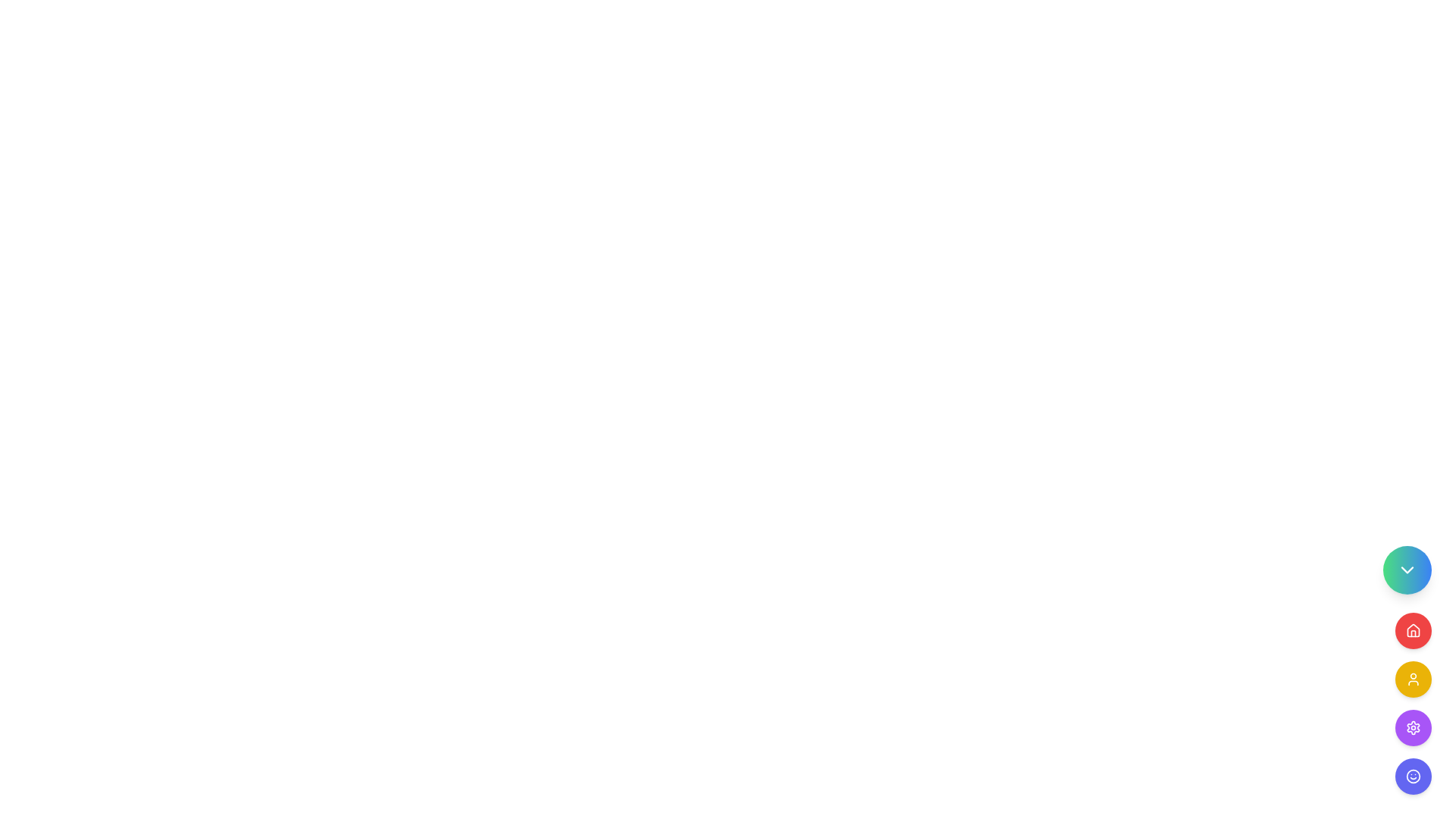  What do you see at coordinates (1412, 776) in the screenshot?
I see `the smile icon located at the bottom of the vertical floating menu on the right side of the interface` at bounding box center [1412, 776].